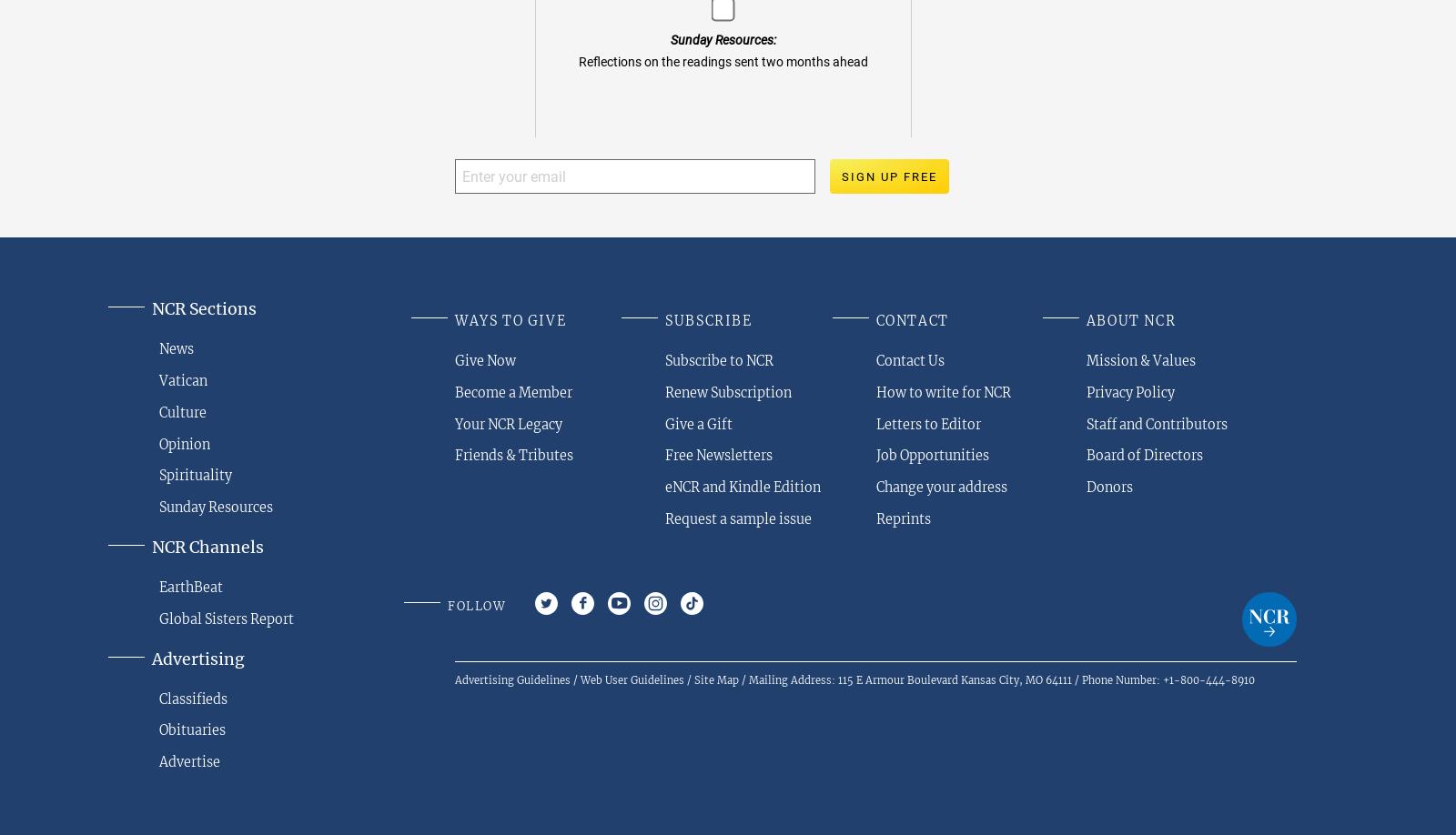 The width and height of the screenshot is (1456, 835). What do you see at coordinates (716, 679) in the screenshot?
I see `'Site Map'` at bounding box center [716, 679].